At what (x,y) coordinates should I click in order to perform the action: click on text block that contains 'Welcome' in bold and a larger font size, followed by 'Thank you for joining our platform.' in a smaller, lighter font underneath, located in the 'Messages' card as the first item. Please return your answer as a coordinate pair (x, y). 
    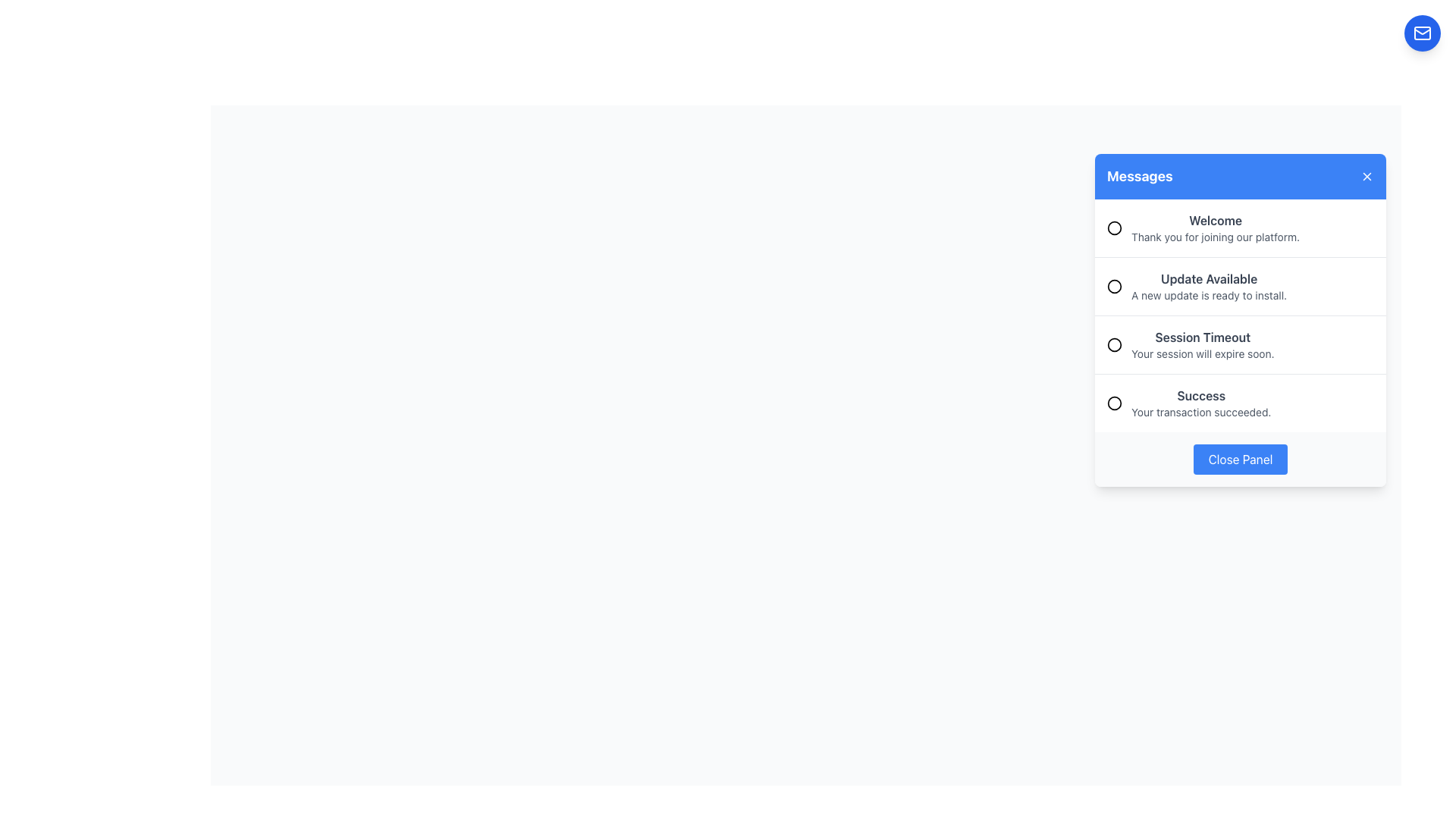
    Looking at the image, I should click on (1216, 227).